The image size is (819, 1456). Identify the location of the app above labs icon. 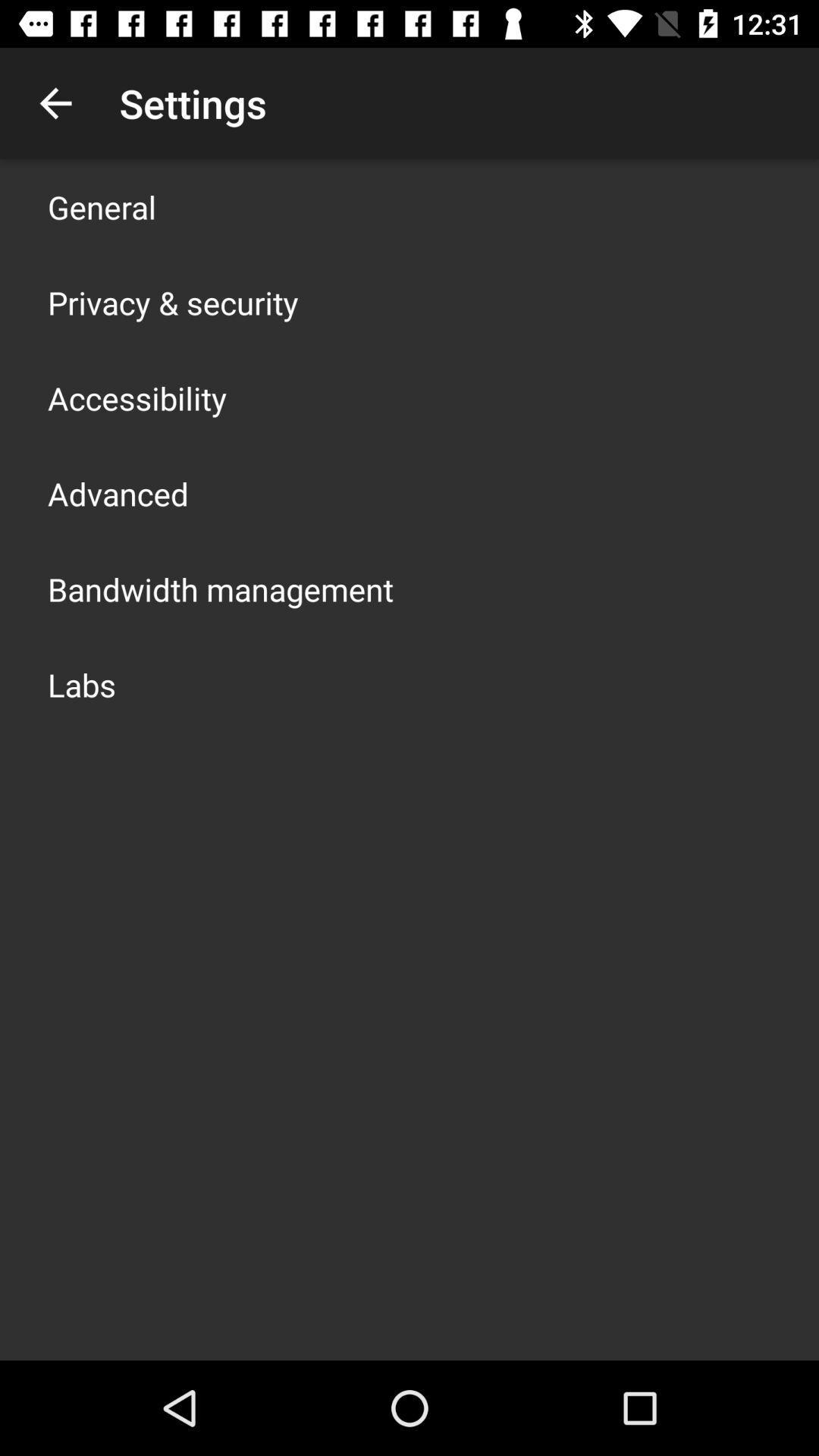
(220, 588).